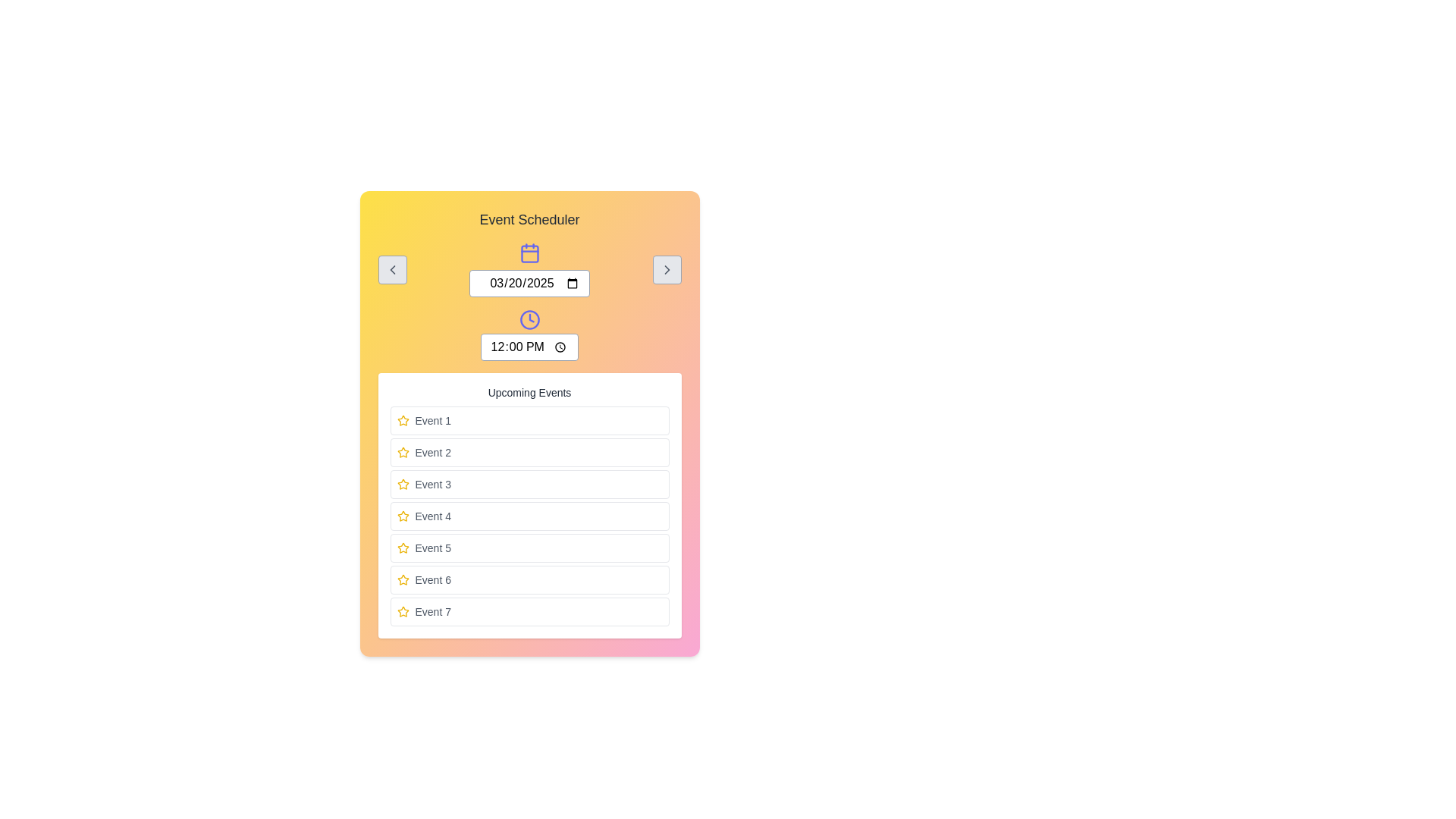 The width and height of the screenshot is (1456, 819). Describe the element at coordinates (403, 610) in the screenshot. I see `the star icon located at the far left of 'Event 7' to favorite or unfavorite the event` at that location.